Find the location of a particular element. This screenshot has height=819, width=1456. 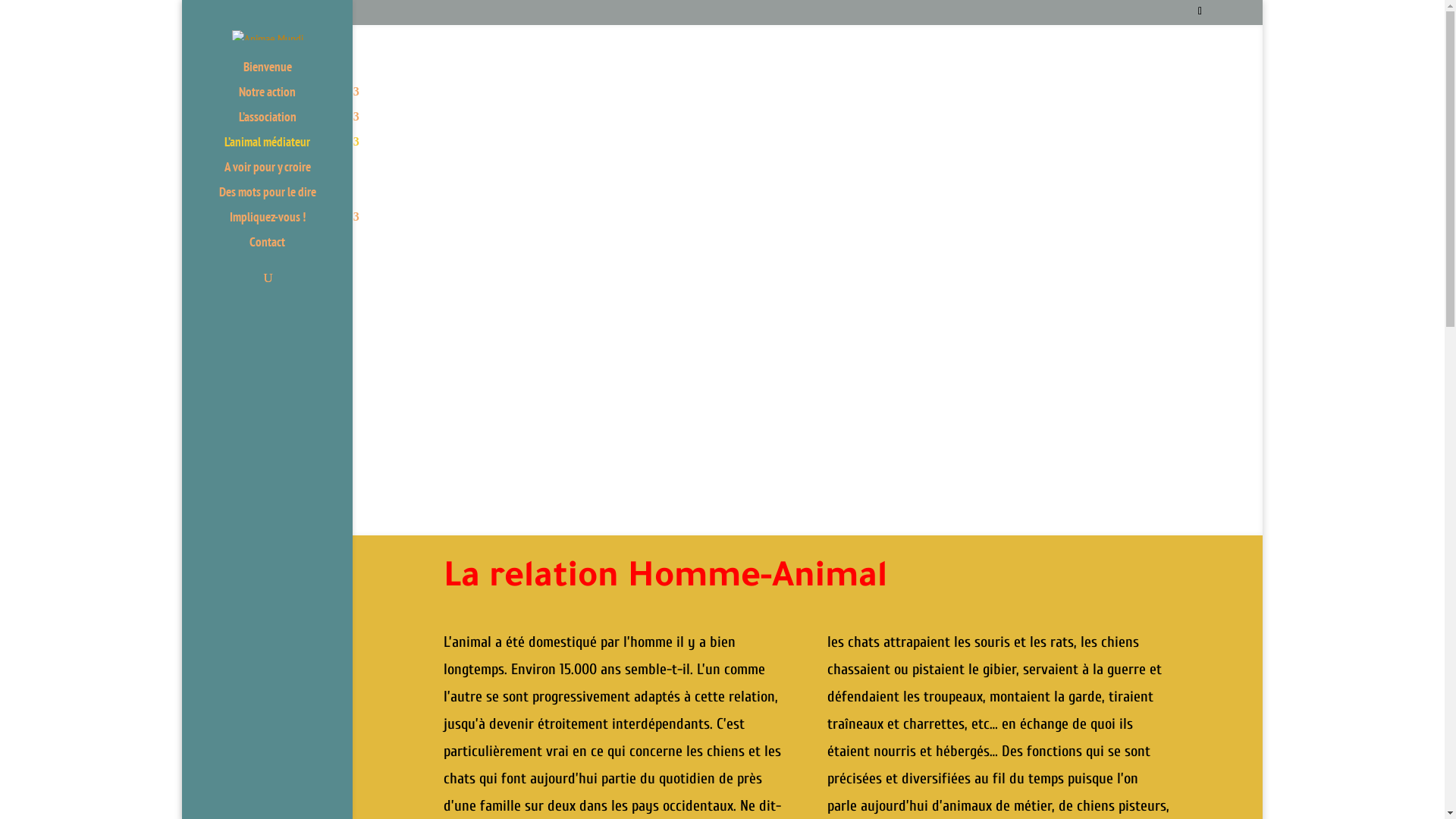

'Impliquez-vous !' is located at coordinates (282, 224).